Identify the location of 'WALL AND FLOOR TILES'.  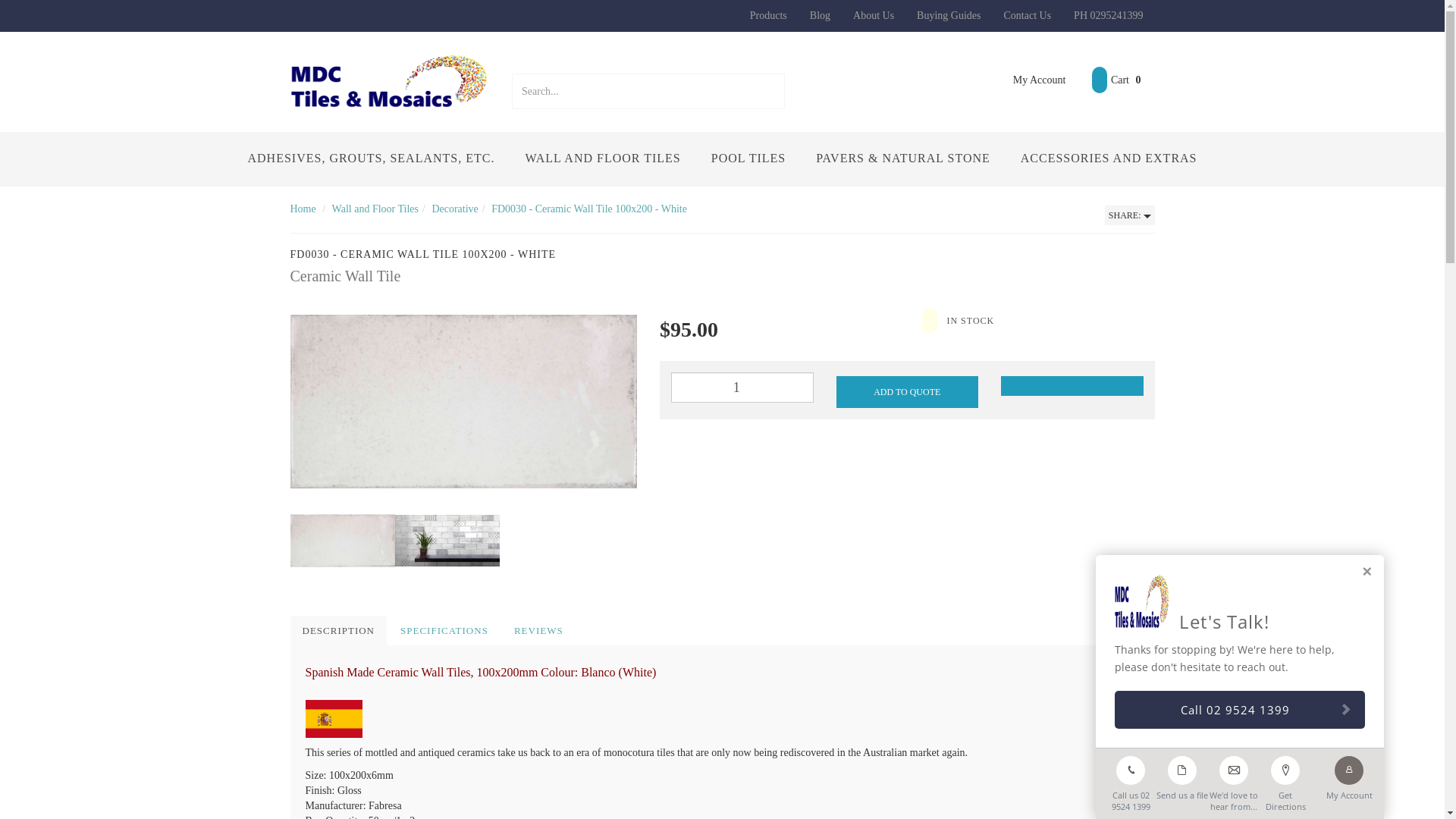
(510, 158).